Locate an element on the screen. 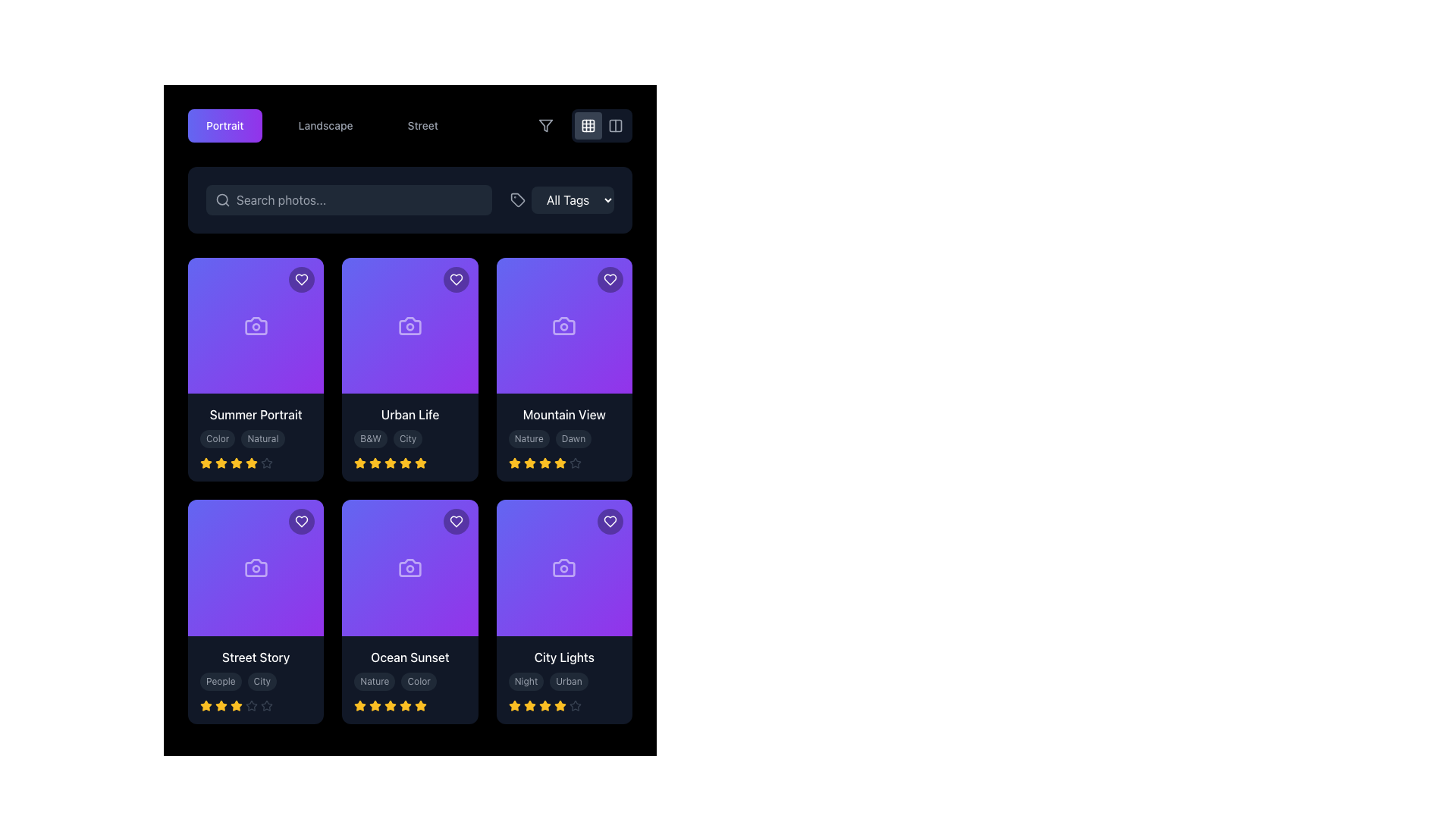  the composite card element displaying 'City Lights' with tags 'Night' and 'Urban' and a rating of four stars filled in amber is located at coordinates (563, 679).